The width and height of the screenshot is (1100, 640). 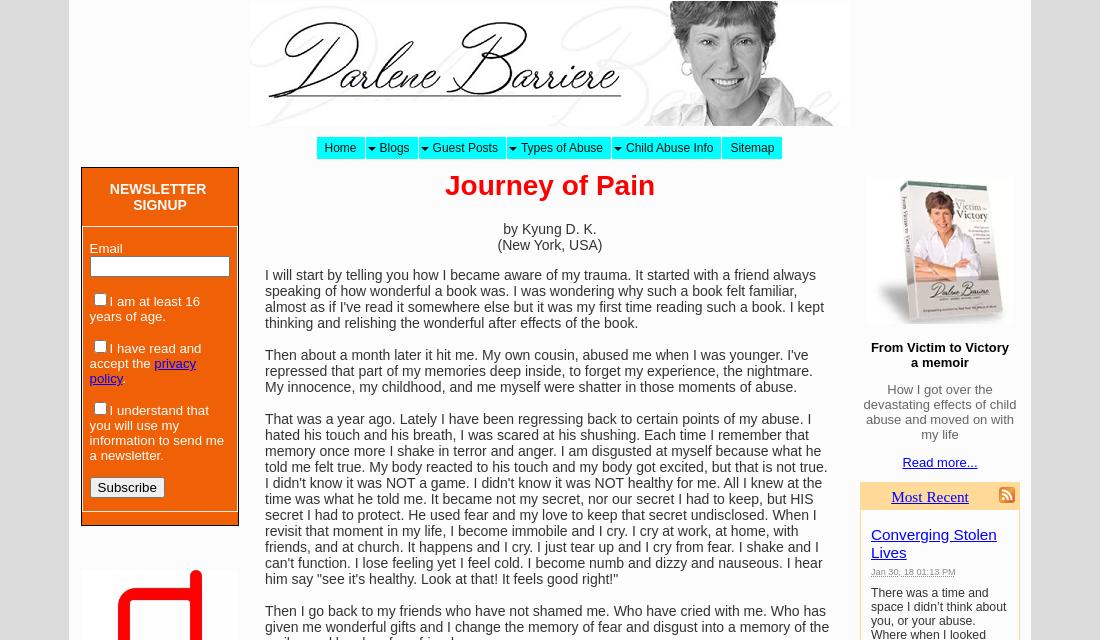 I want to click on 'Then about a month later it hit me. My own cousin, abused me when I was younger. I've repressed that part of my memories deep inside, to forget my experience, the nightmare. My innocence, my childhood, and me myself were shatter in those moments of abuse.', so click(x=538, y=369).